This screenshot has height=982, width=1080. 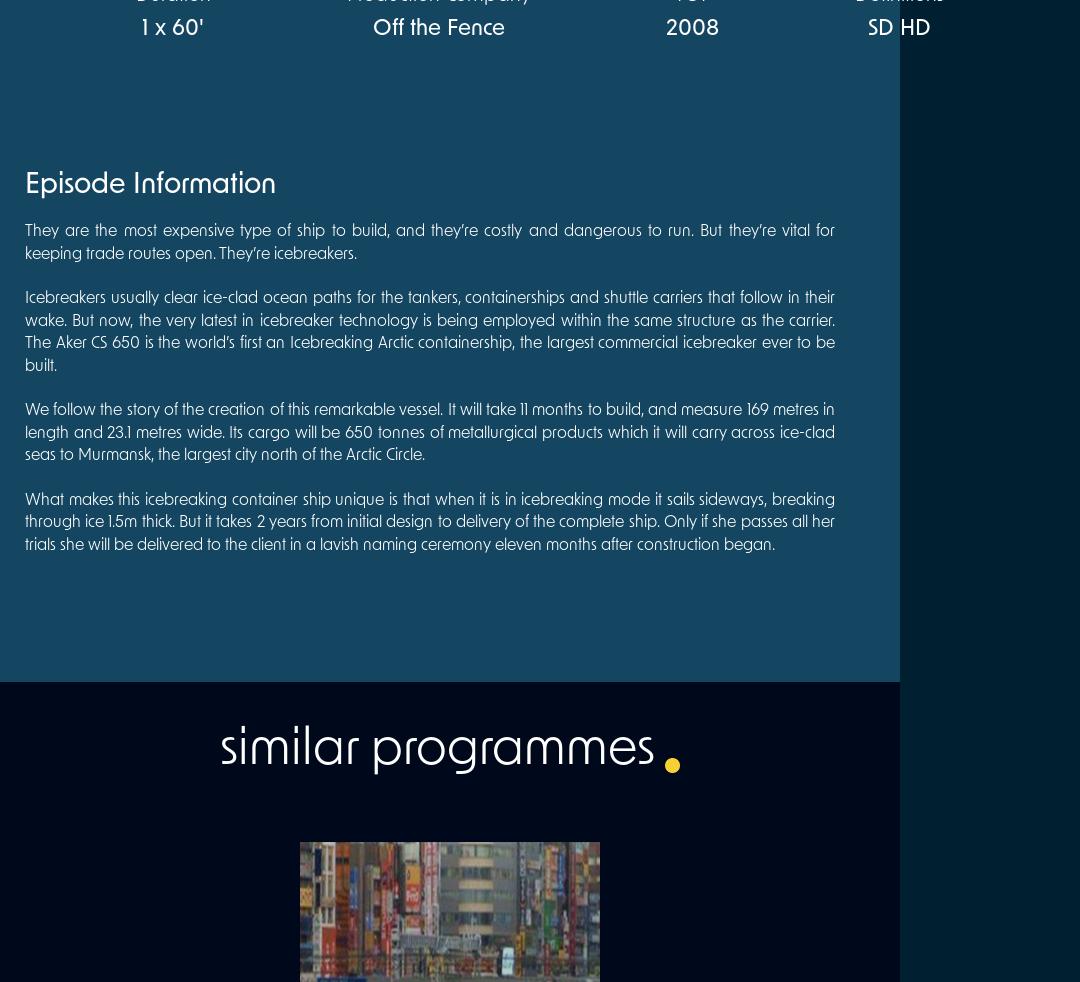 What do you see at coordinates (24, 184) in the screenshot?
I see `'Episode Information'` at bounding box center [24, 184].